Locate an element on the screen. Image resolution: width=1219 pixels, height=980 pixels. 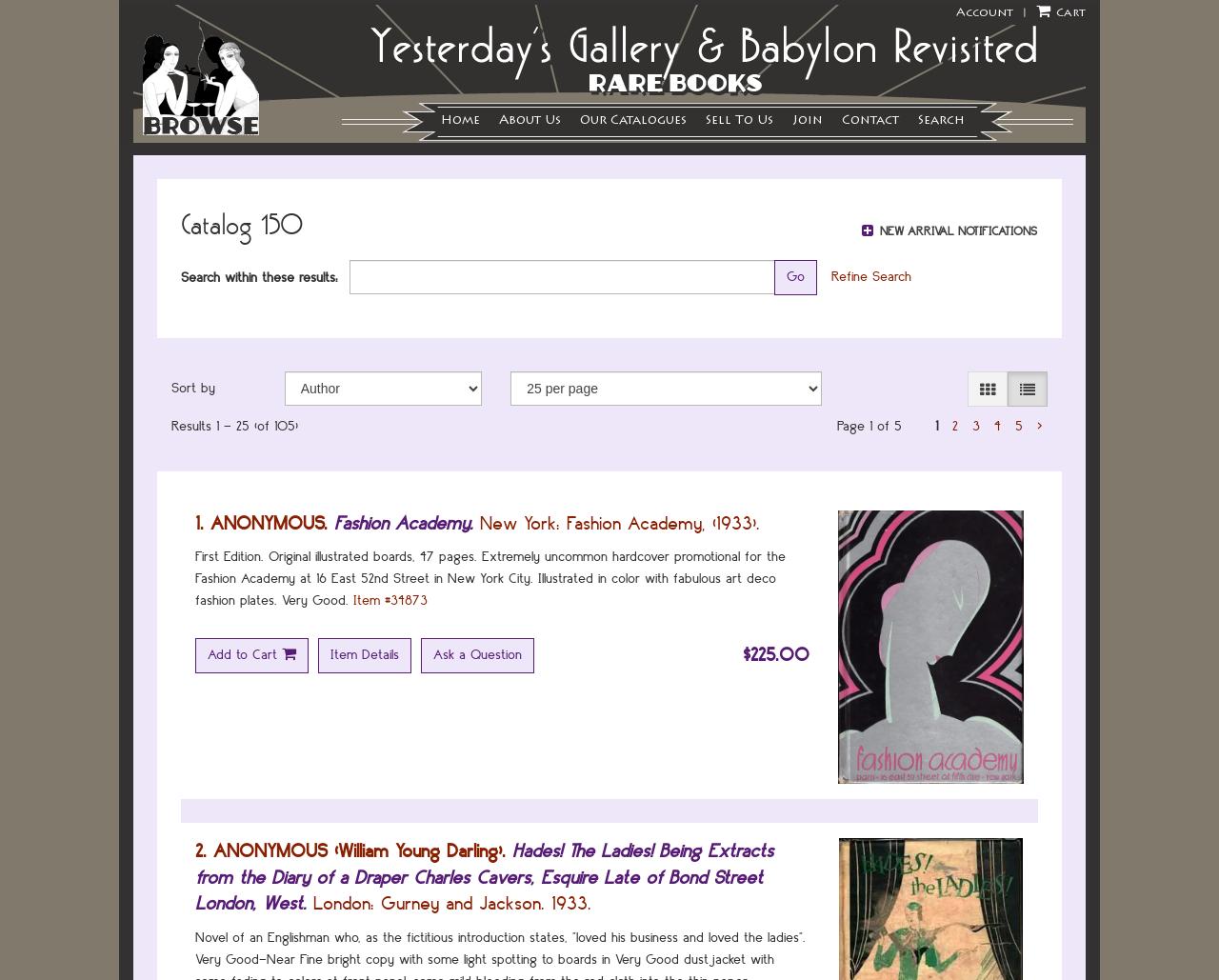
'2' is located at coordinates (955, 425).